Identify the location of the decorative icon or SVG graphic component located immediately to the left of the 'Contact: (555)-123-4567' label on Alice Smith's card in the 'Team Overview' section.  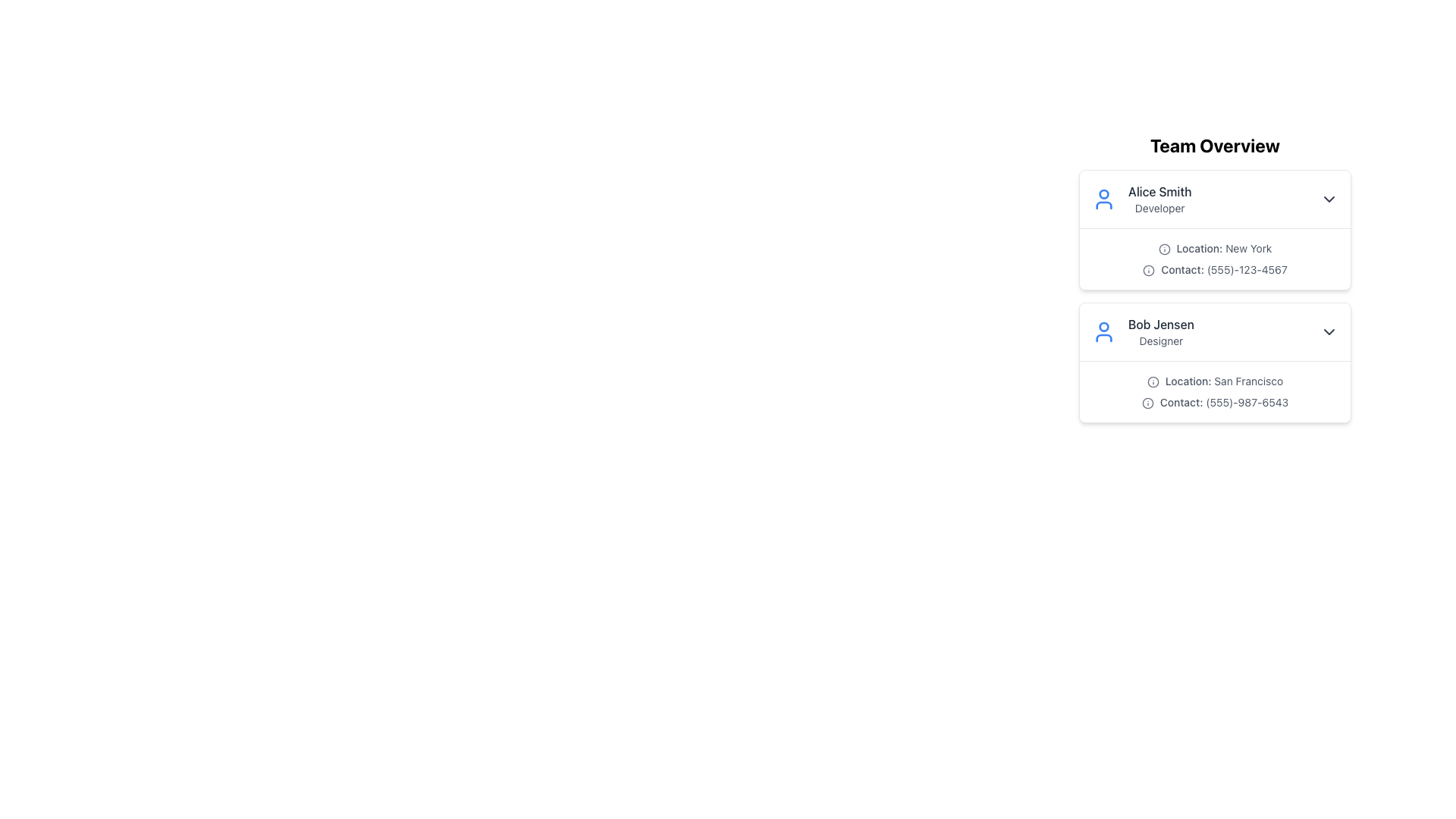
(1149, 270).